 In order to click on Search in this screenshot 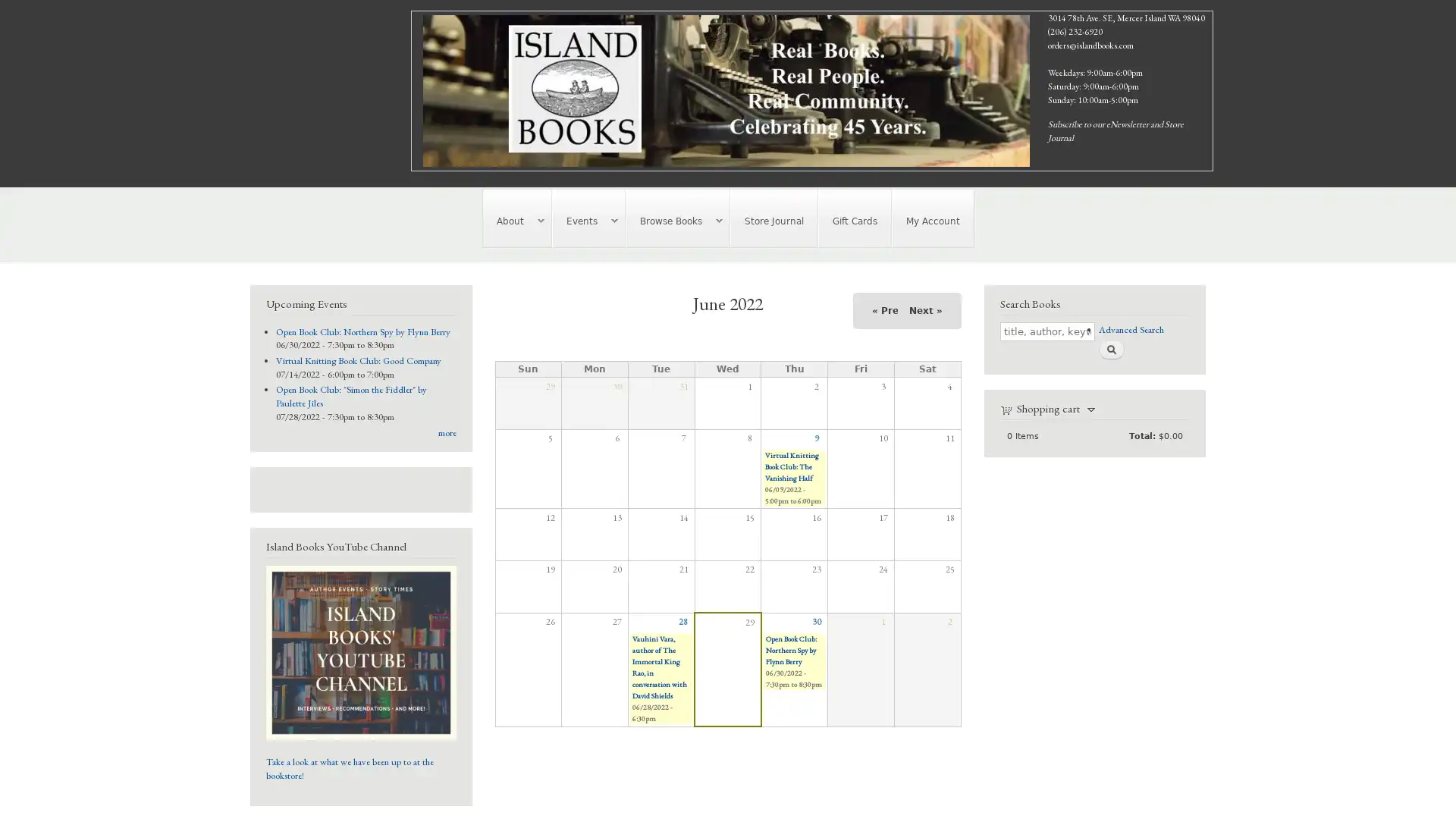, I will do `click(1110, 350)`.